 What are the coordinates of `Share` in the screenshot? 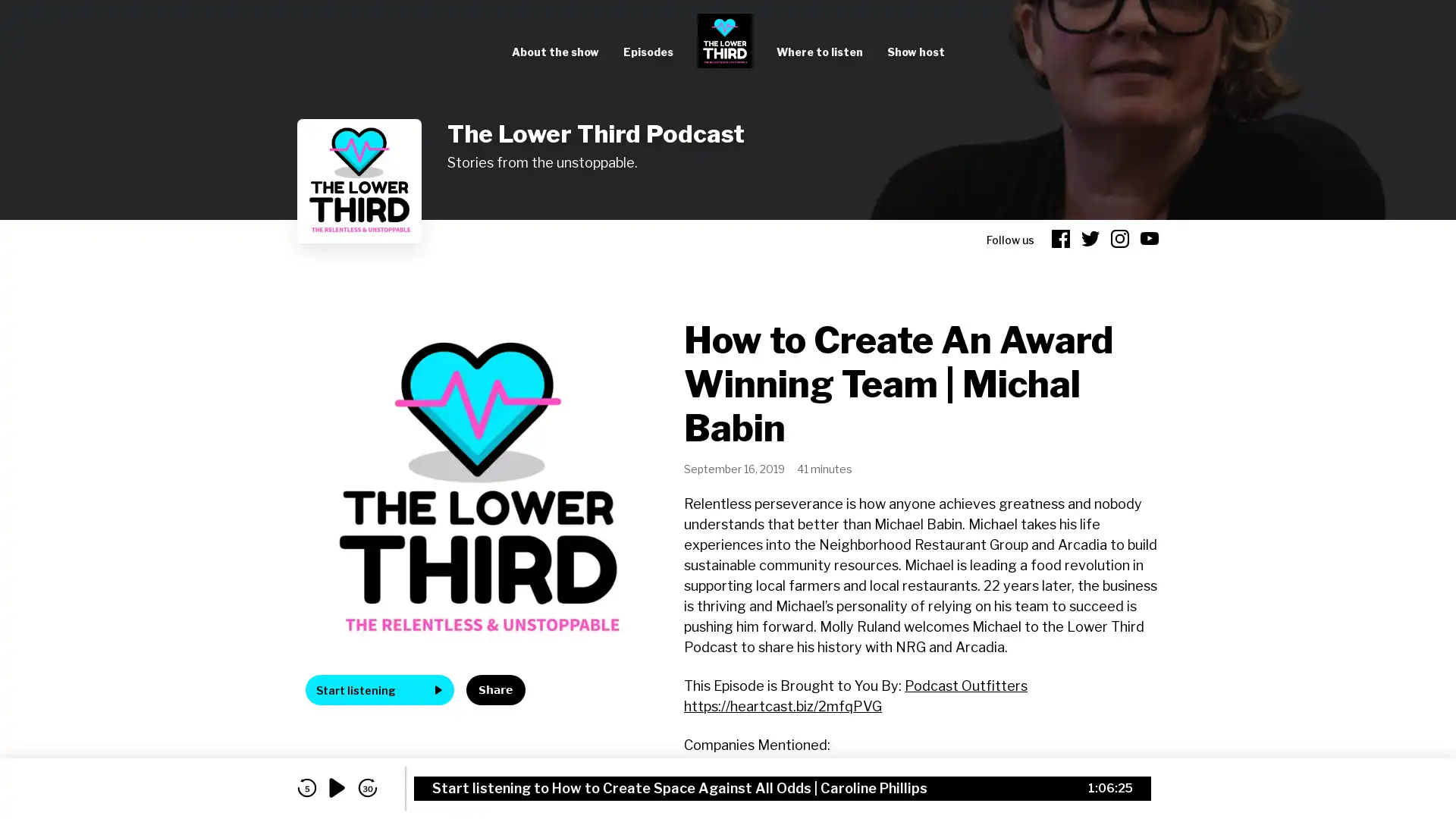 It's located at (495, 690).